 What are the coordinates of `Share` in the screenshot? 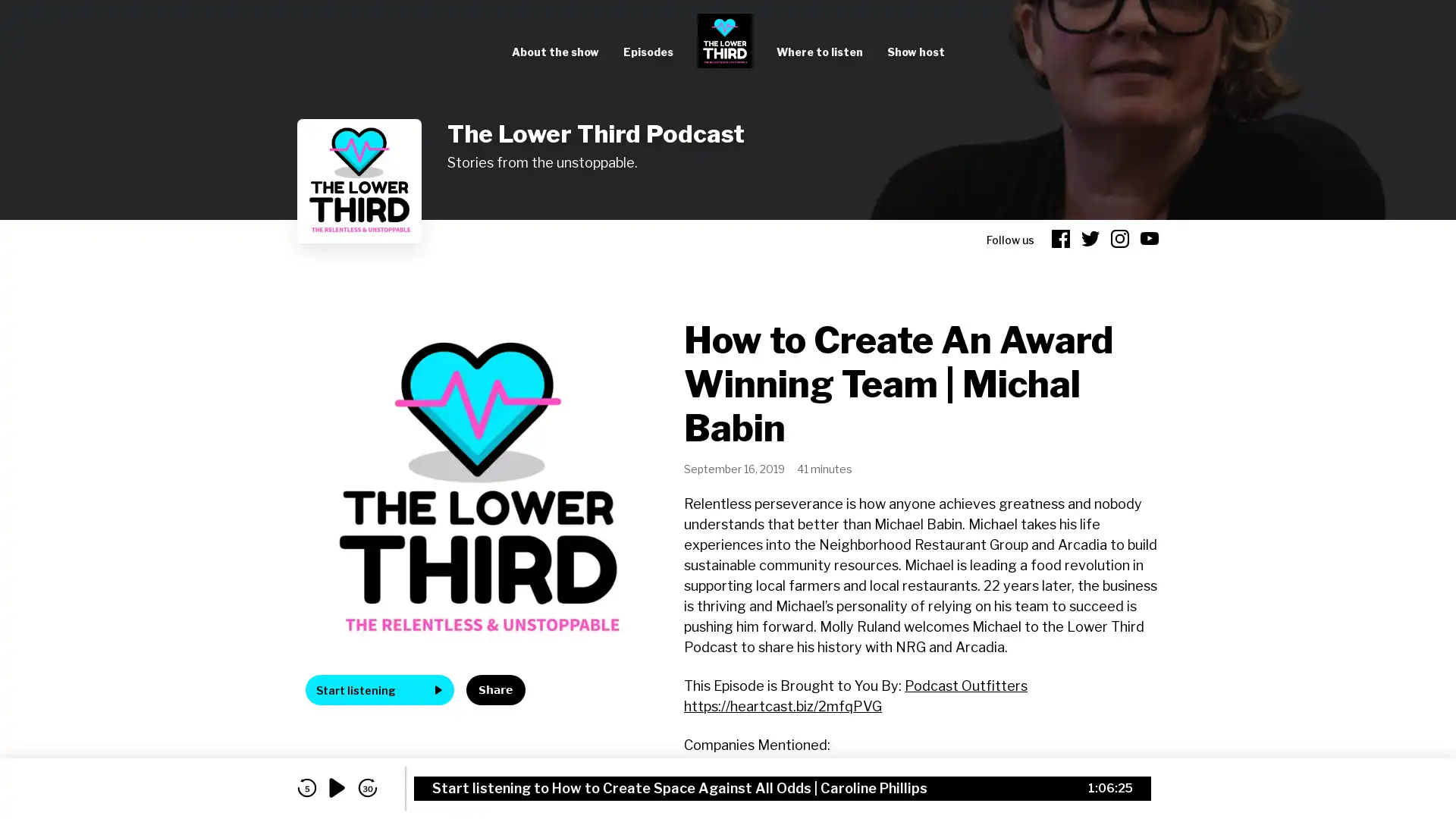 It's located at (495, 690).